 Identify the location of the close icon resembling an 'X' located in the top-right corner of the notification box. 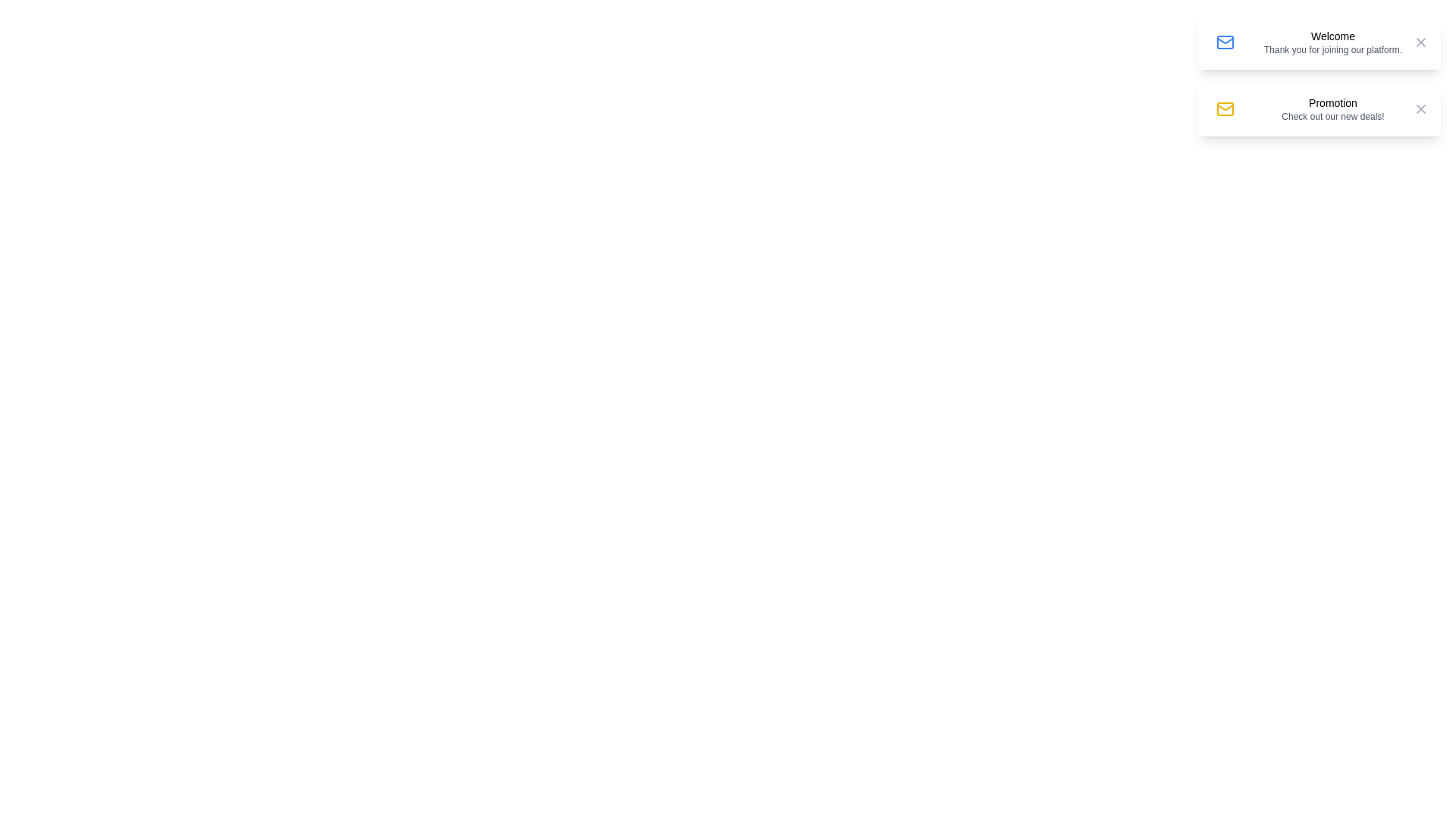
(1420, 108).